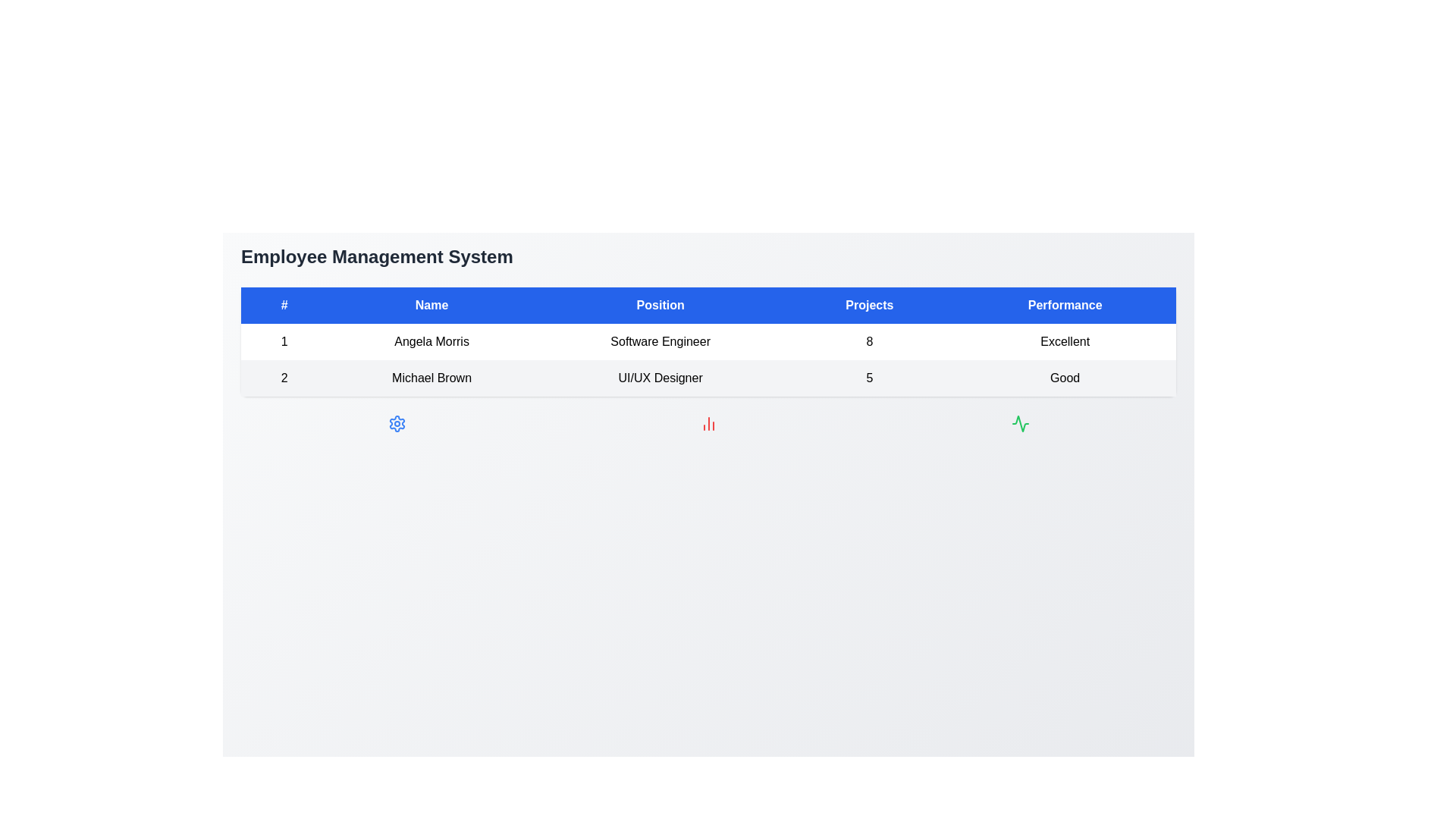 Image resolution: width=1456 pixels, height=819 pixels. I want to click on the table header element indicating performance, located at the top-right of the table's header row, following the 'Projects' header, so click(1064, 305).